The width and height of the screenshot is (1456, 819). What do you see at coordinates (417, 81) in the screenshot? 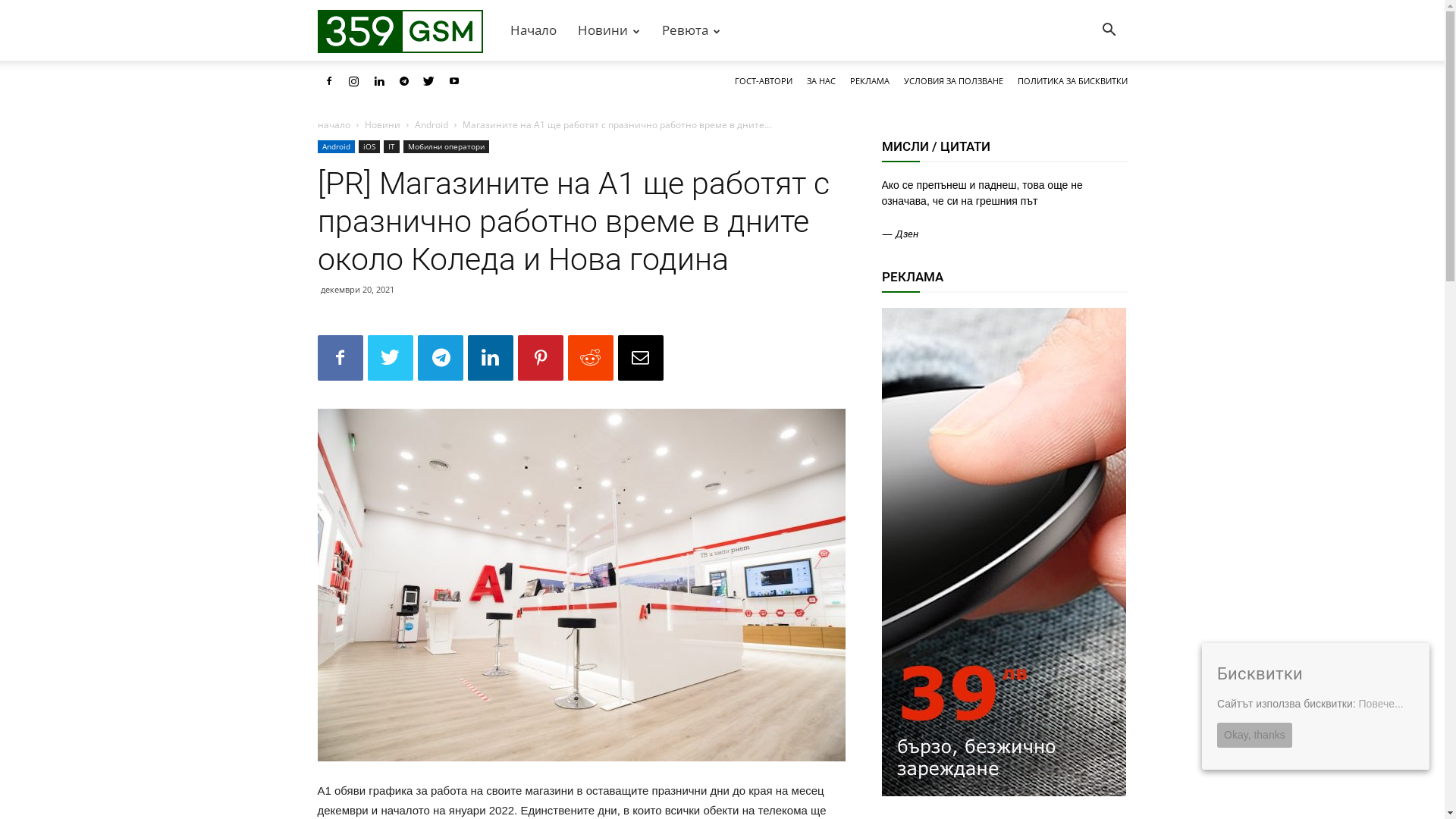
I see `'Twitter'` at bounding box center [417, 81].